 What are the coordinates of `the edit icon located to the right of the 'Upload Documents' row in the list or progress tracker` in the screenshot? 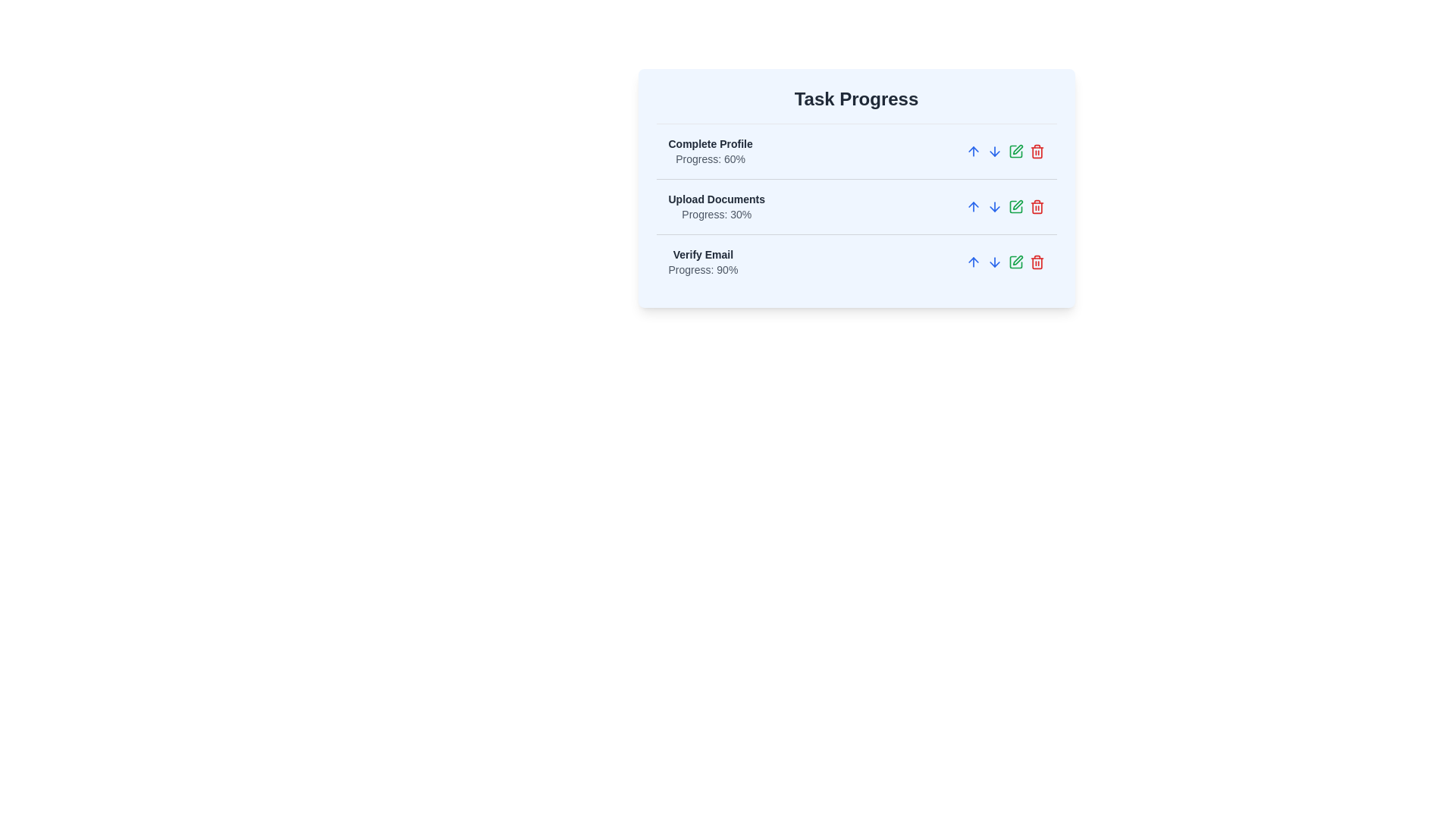 It's located at (1018, 149).